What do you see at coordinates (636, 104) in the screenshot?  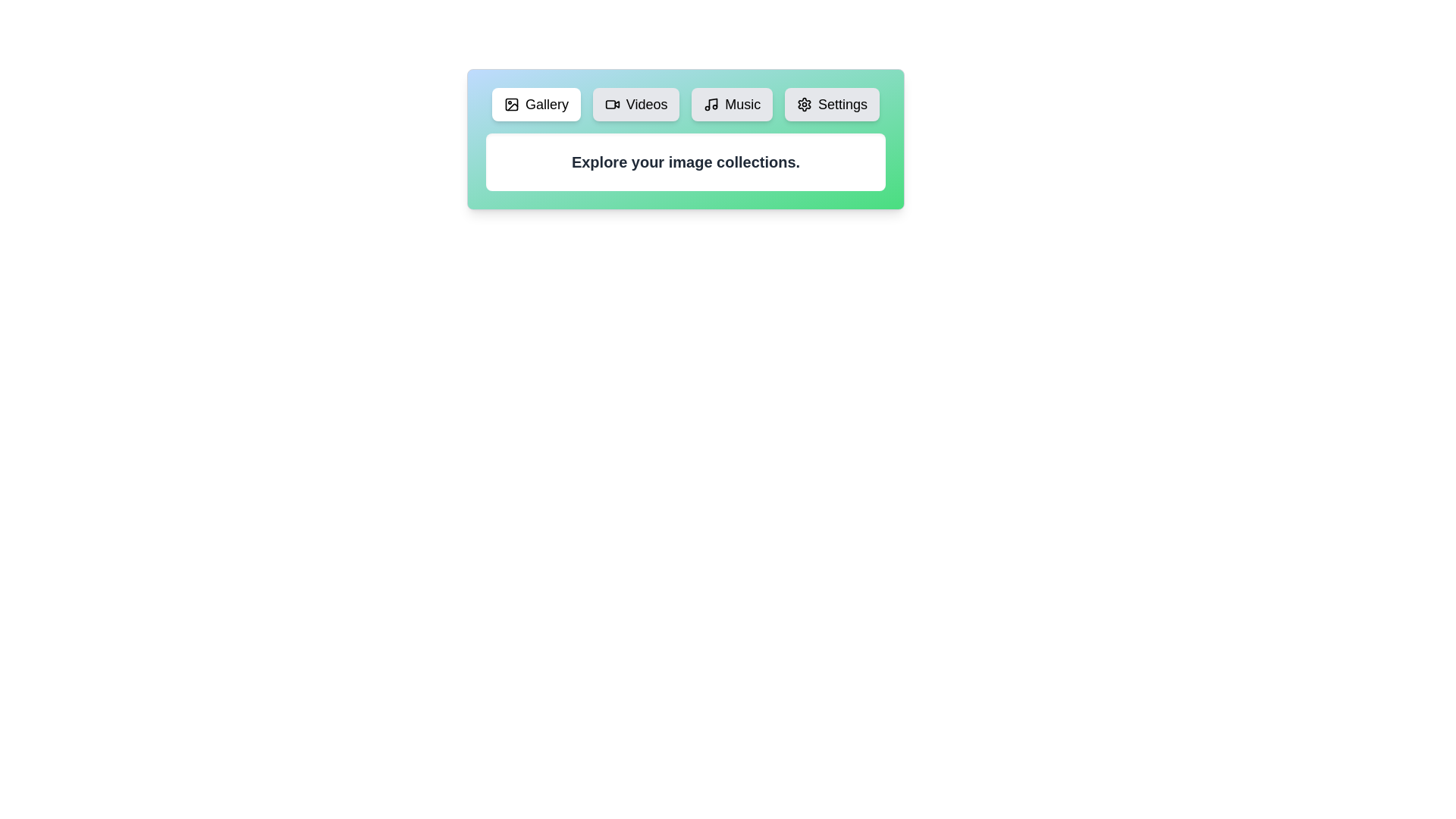 I see `the tab labeled Videos to view its content` at bounding box center [636, 104].